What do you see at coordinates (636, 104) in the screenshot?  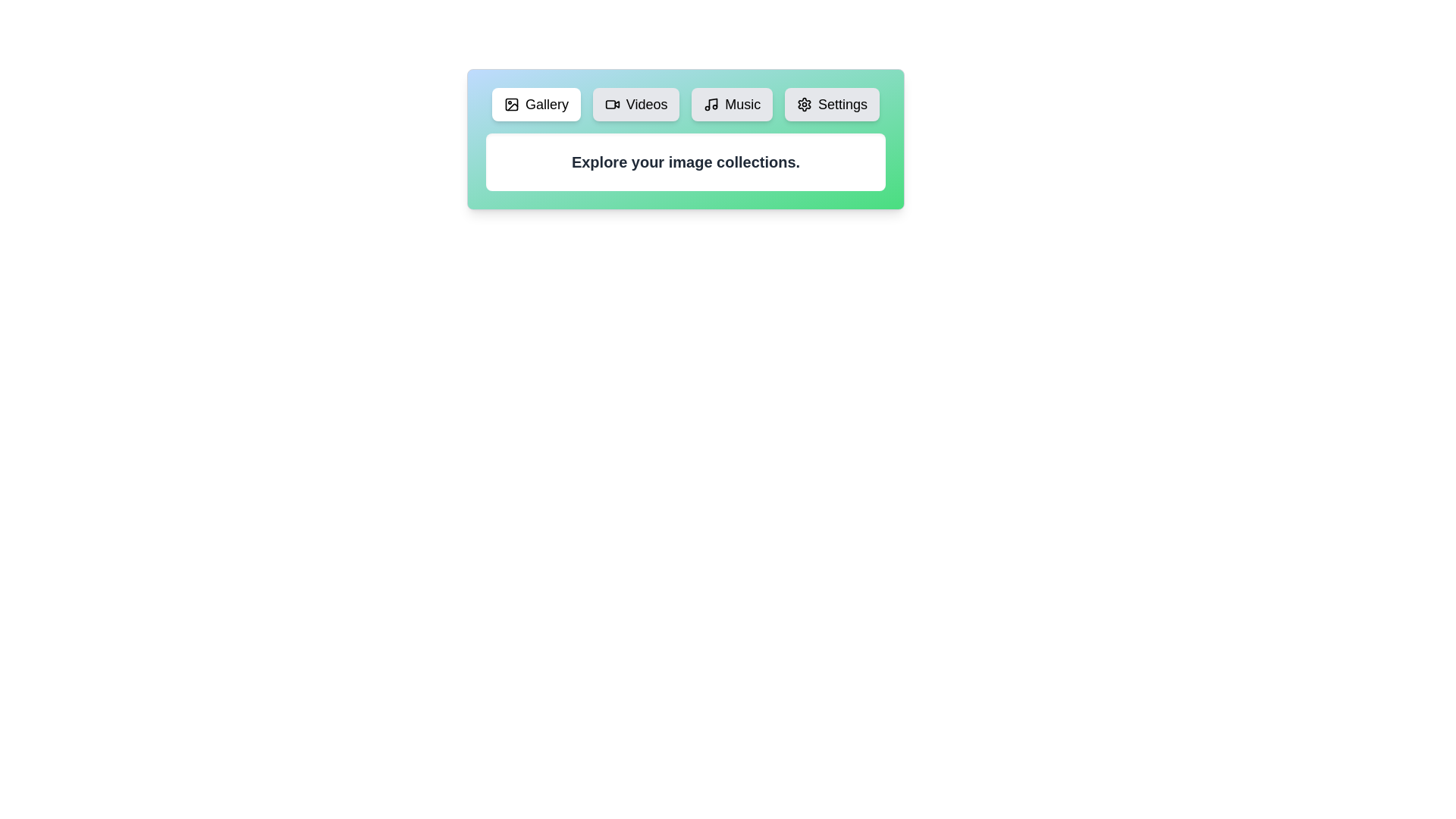 I see `the tab labeled Videos to view its content` at bounding box center [636, 104].